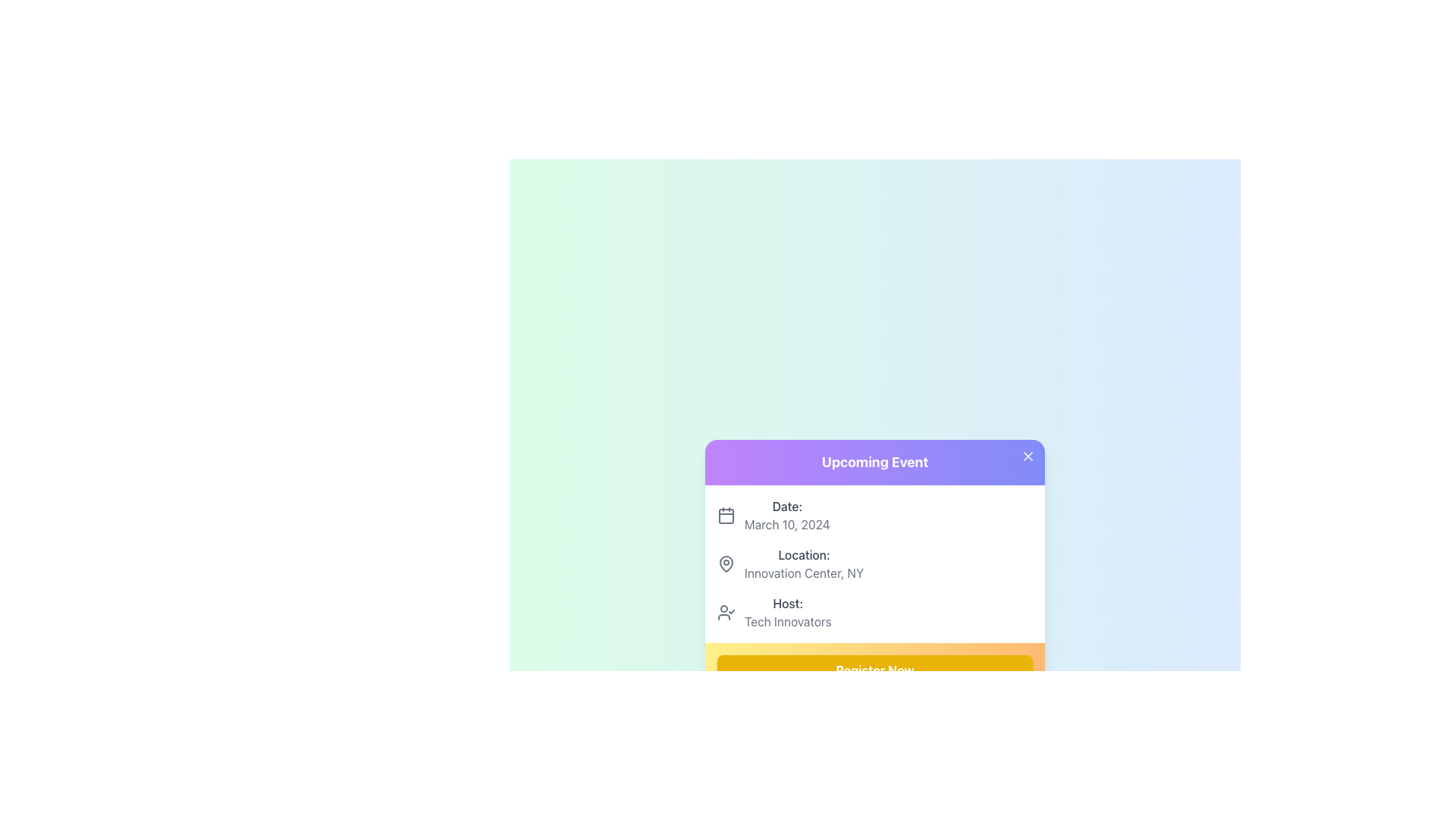 This screenshot has height=819, width=1456. What do you see at coordinates (726, 611) in the screenshot?
I see `the user profile icon with a checkmark located to the left of the text 'Host: Tech Innovators' in the Host section of the panel` at bounding box center [726, 611].